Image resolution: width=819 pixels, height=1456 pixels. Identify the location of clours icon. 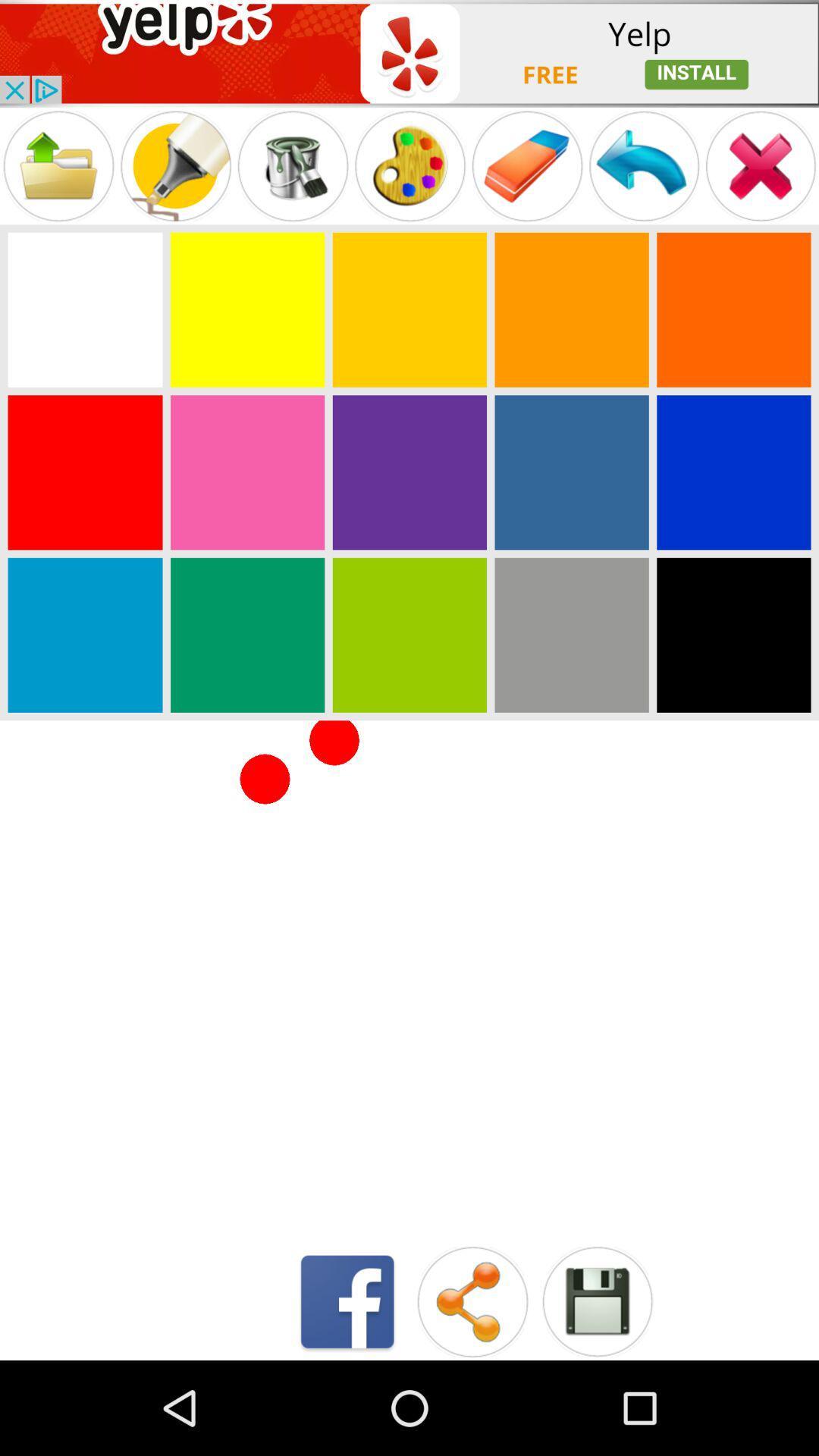
(409, 472).